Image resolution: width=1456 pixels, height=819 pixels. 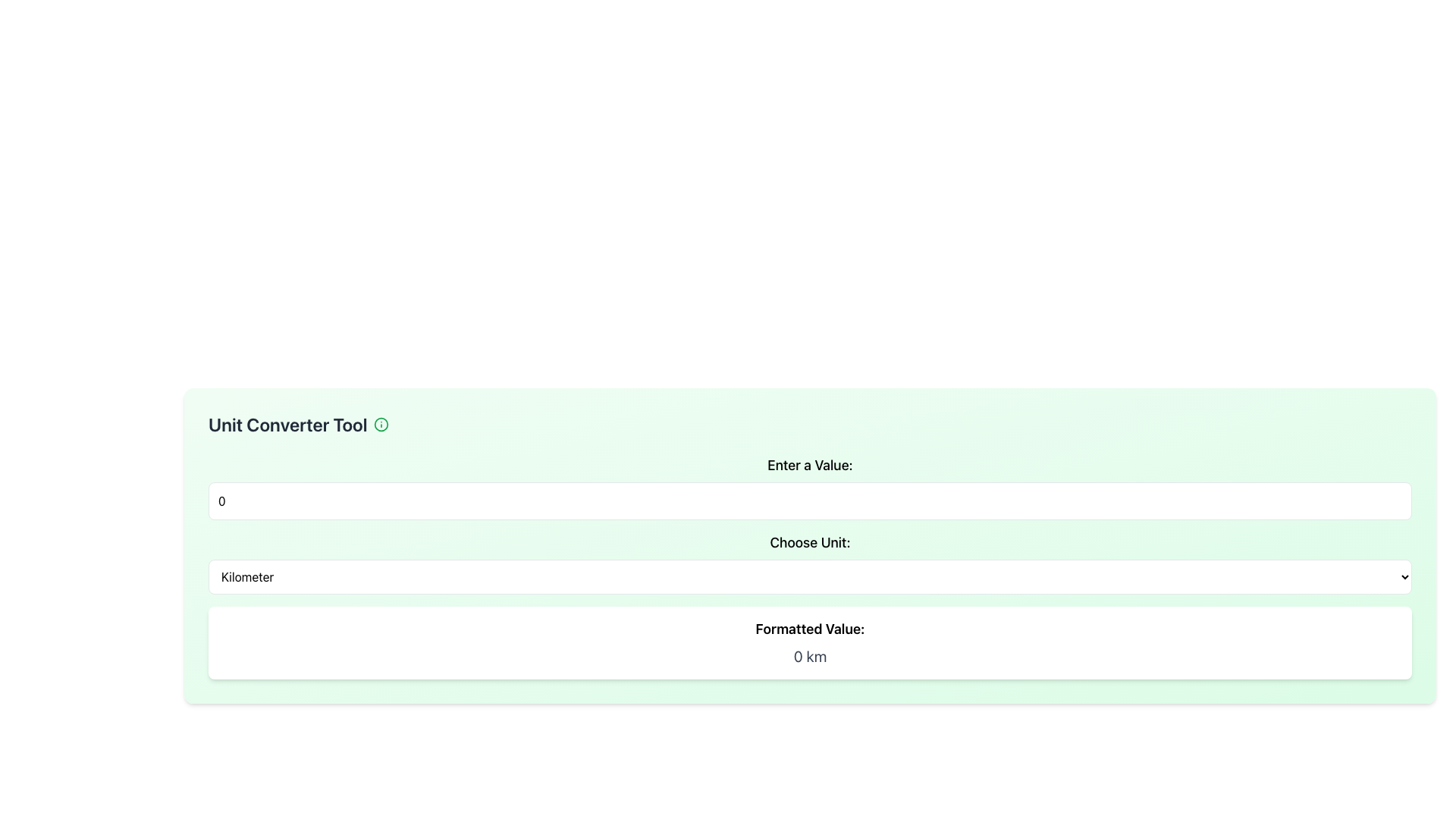 I want to click on the Text Display element that shows the formatted result of a conversion, specifically displaying '0 km', so click(x=809, y=656).